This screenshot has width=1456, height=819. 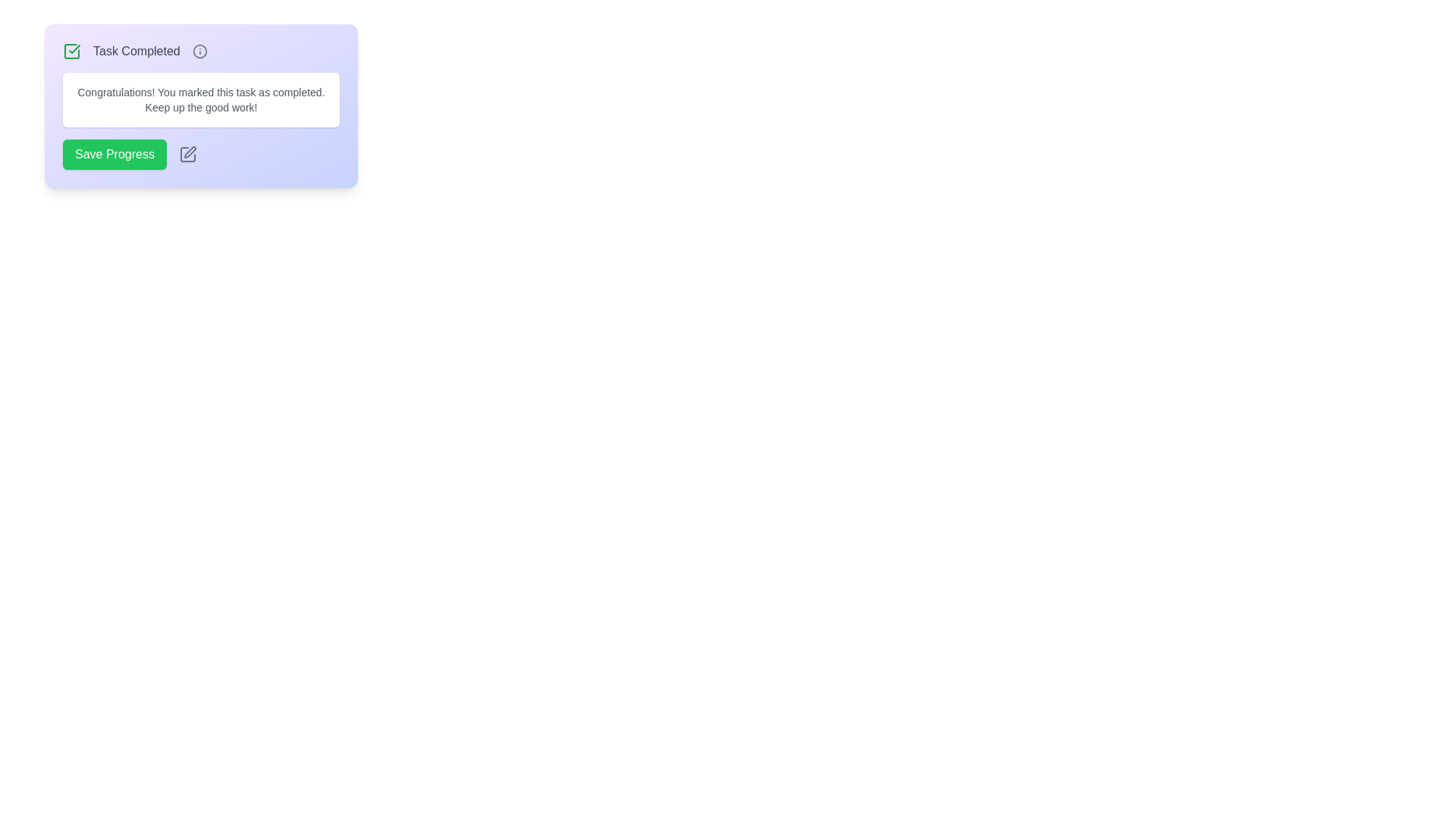 I want to click on the checkmark segment of the SVG icon located in the top-left section of the notification-style UI component, so click(x=74, y=49).